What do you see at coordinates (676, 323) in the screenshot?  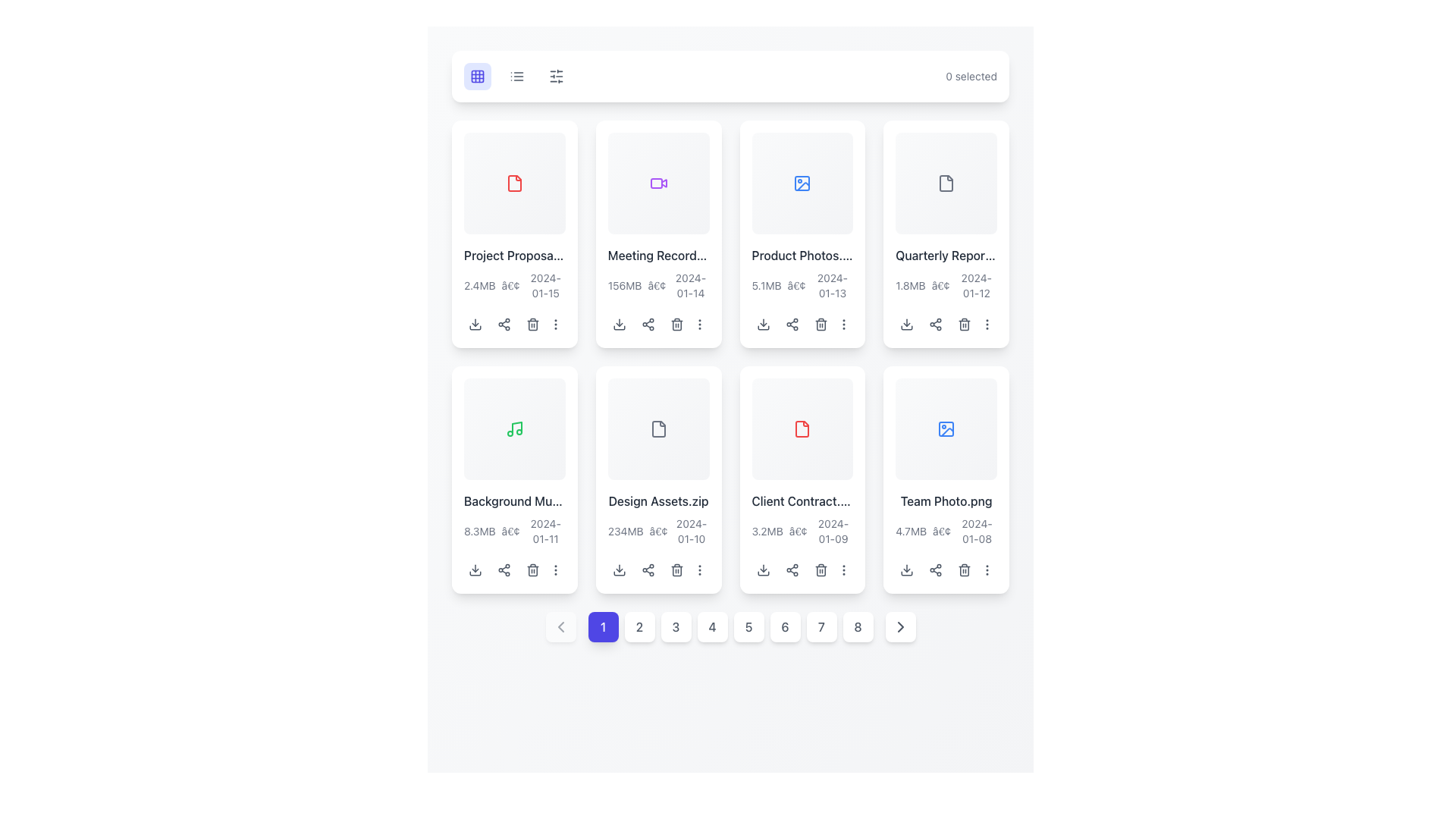 I see `the trash icon button located at the bottom section of the second file card in the first row` at bounding box center [676, 323].